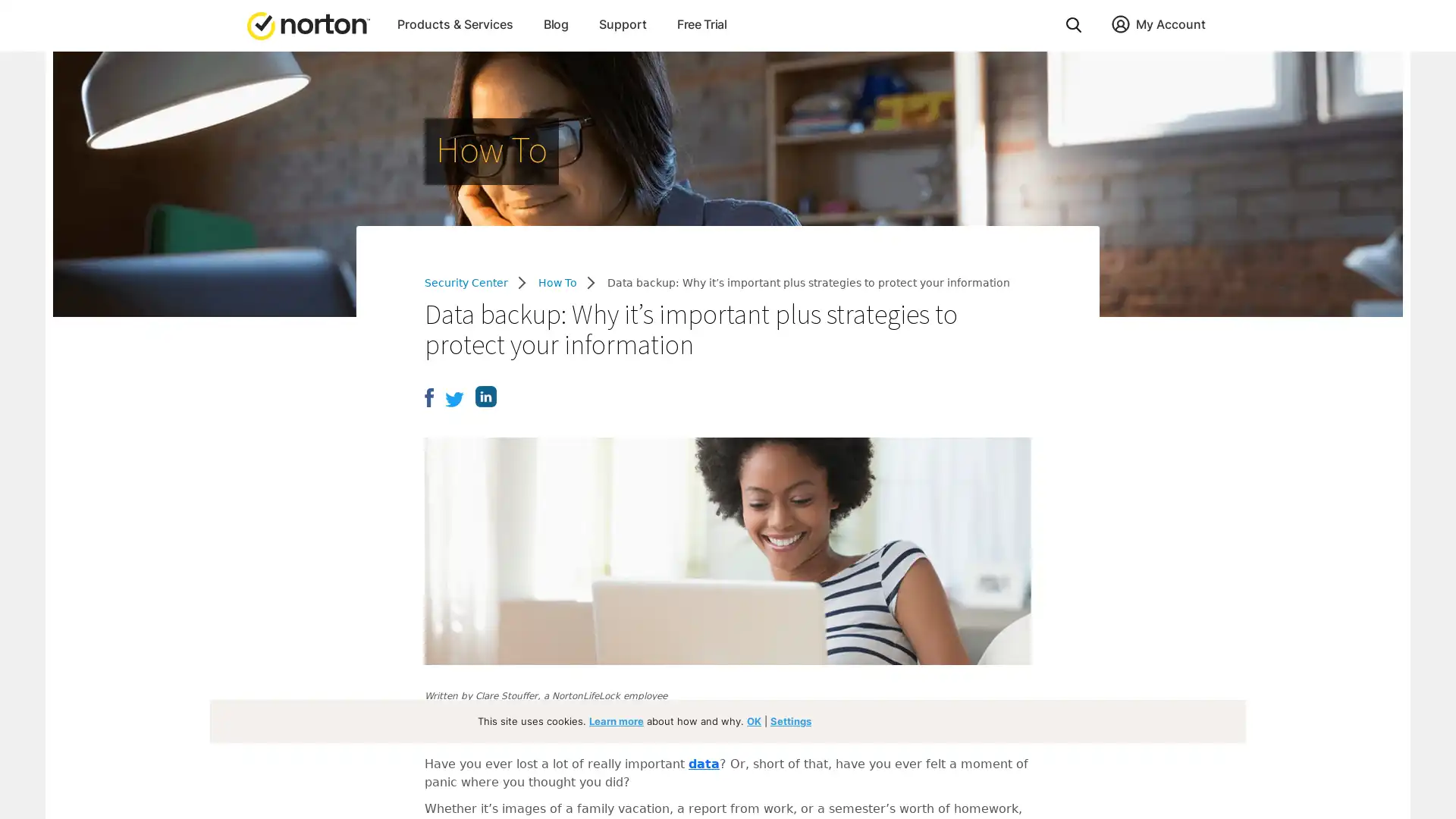 The height and width of the screenshot is (819, 1456). I want to click on Unlock Offer, so click(128, 623).